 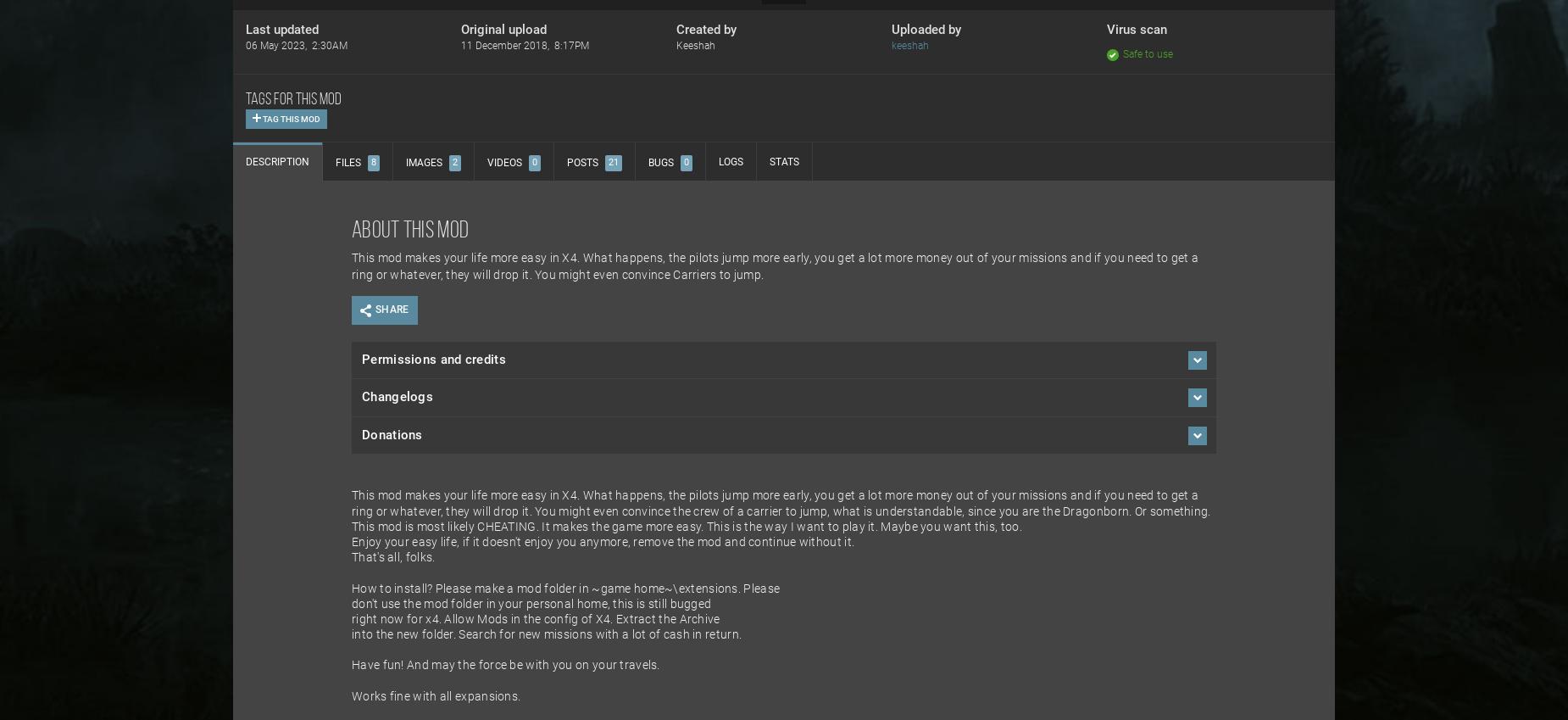 I want to click on 'This mod makes your life more easy in X4. What happens, the pilots jump more early, you get a lot more money out of your missions and if you need to get a ring or whatever, they will drop it. You might even convince Carriers to jump.', so click(x=775, y=265).